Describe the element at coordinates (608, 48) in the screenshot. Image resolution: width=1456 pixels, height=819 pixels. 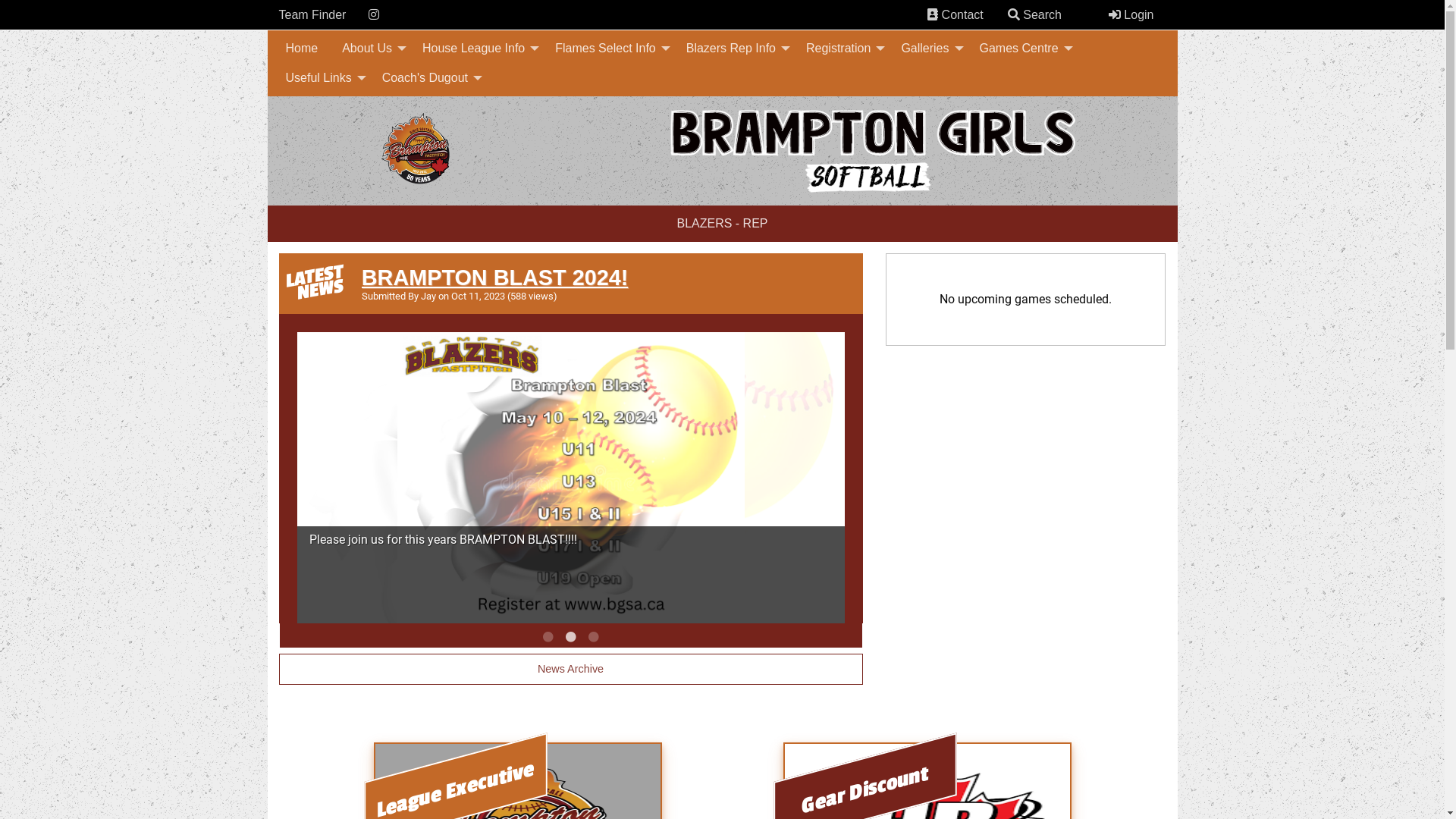
I see `'Flames Select Info'` at that location.